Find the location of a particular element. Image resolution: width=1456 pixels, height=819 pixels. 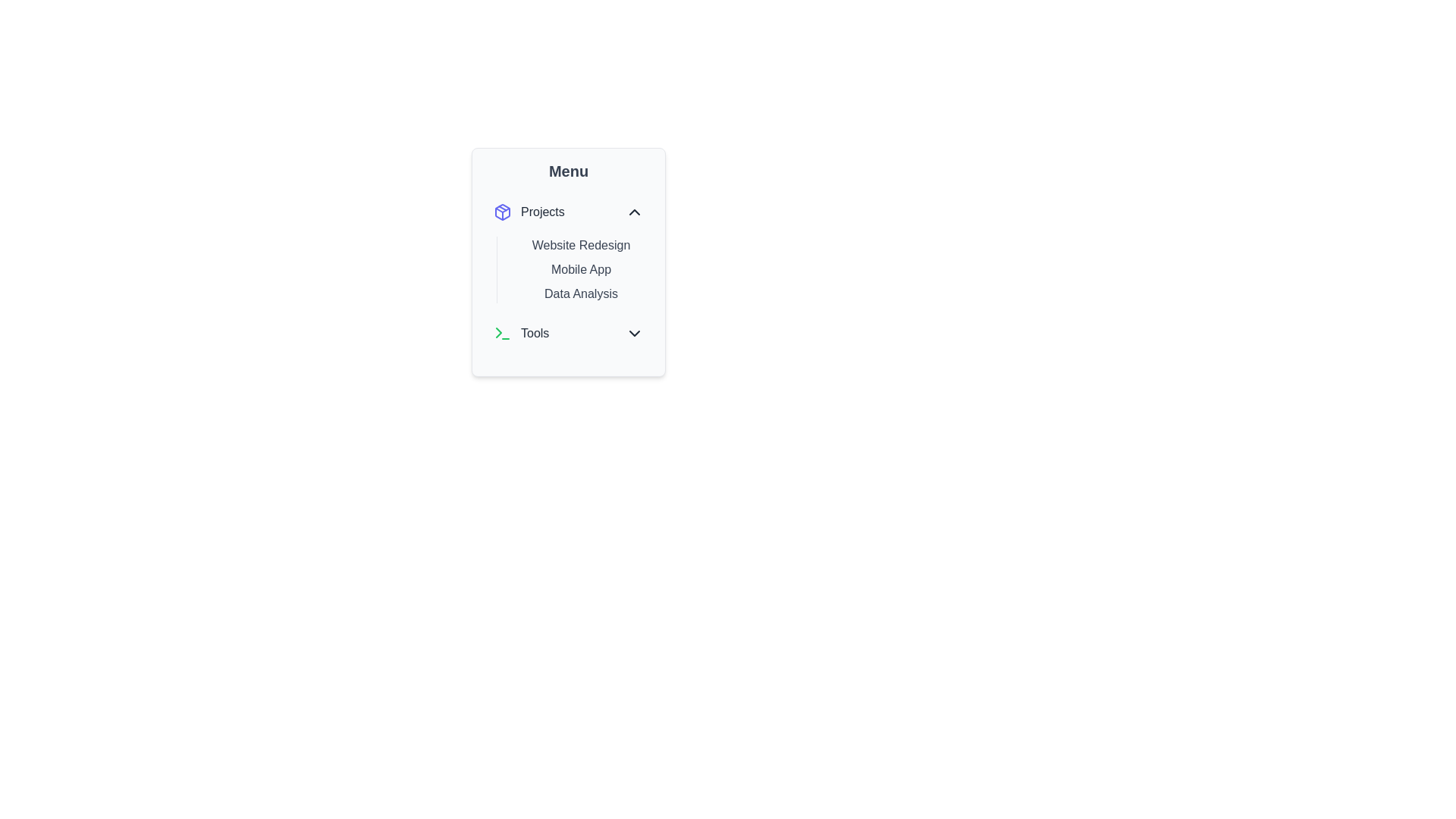

the 'Mobile App' text label, which is the second item in a vertically aligned list is located at coordinates (580, 268).